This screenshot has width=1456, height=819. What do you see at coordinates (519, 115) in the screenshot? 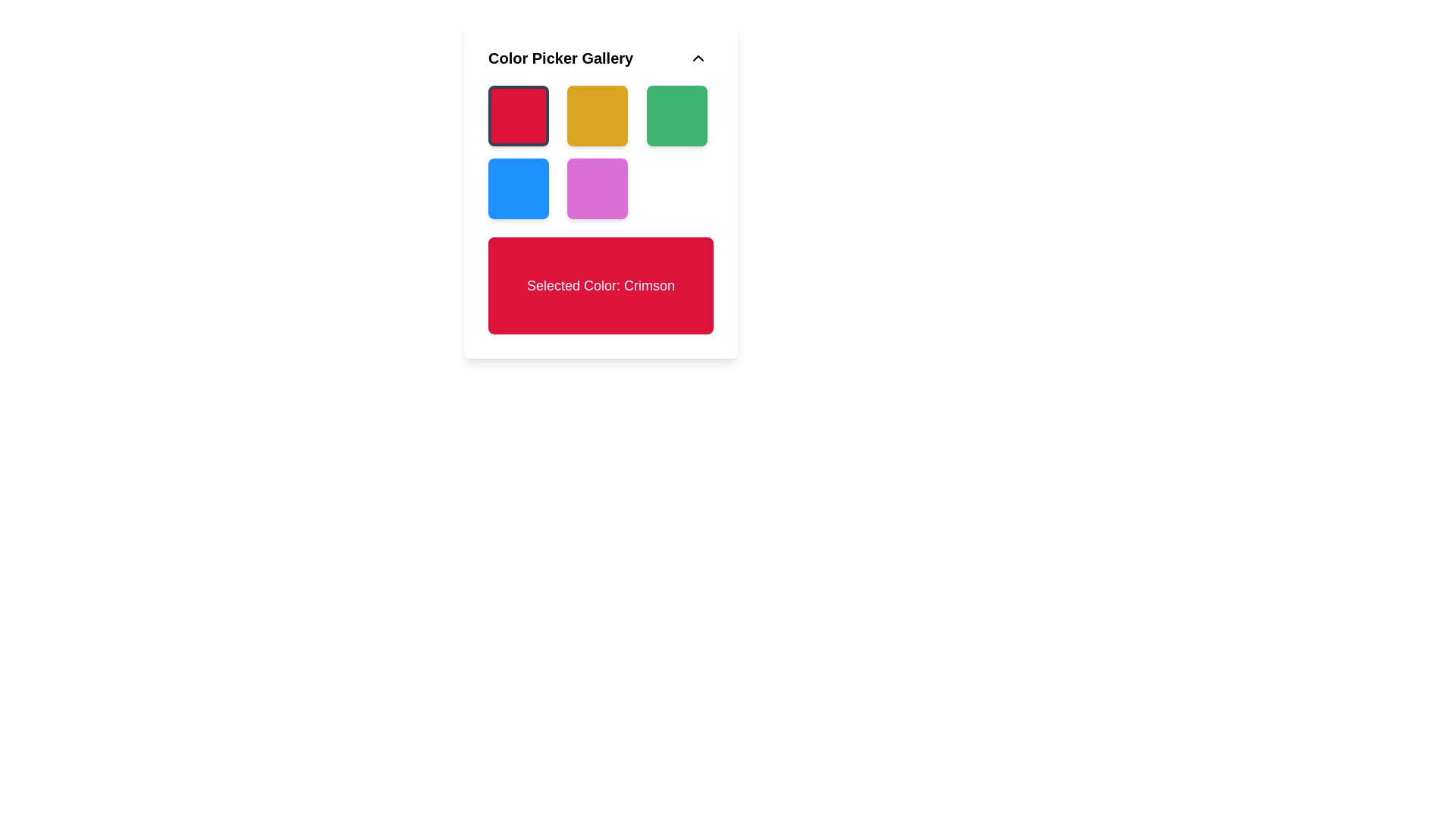
I see `the square-shaped button with a crimson red background and dark gray border` at bounding box center [519, 115].